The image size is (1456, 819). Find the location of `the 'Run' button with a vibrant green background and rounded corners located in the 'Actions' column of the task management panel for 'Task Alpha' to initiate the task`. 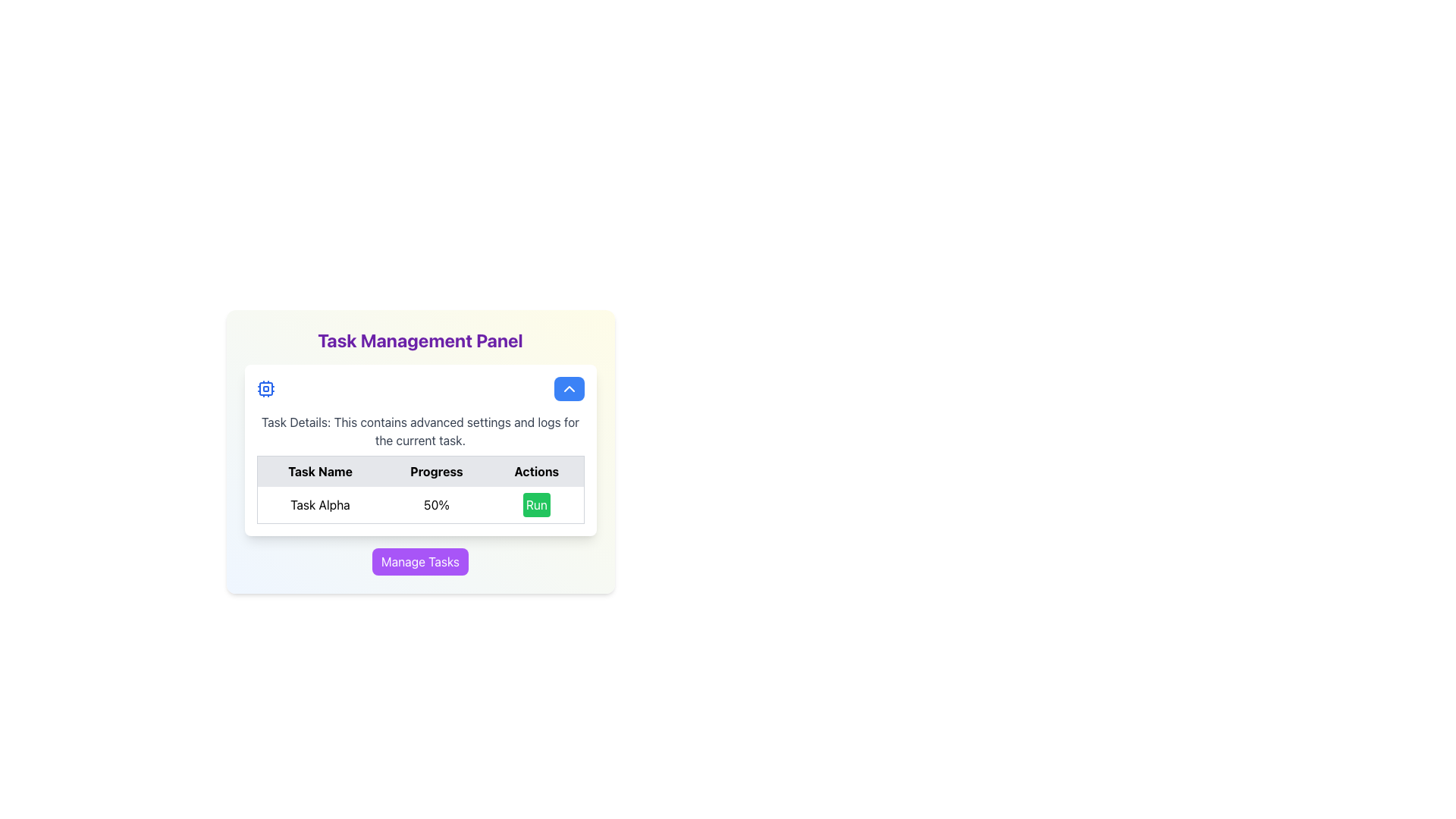

the 'Run' button with a vibrant green background and rounded corners located in the 'Actions' column of the task management panel for 'Task Alpha' to initiate the task is located at coordinates (536, 505).